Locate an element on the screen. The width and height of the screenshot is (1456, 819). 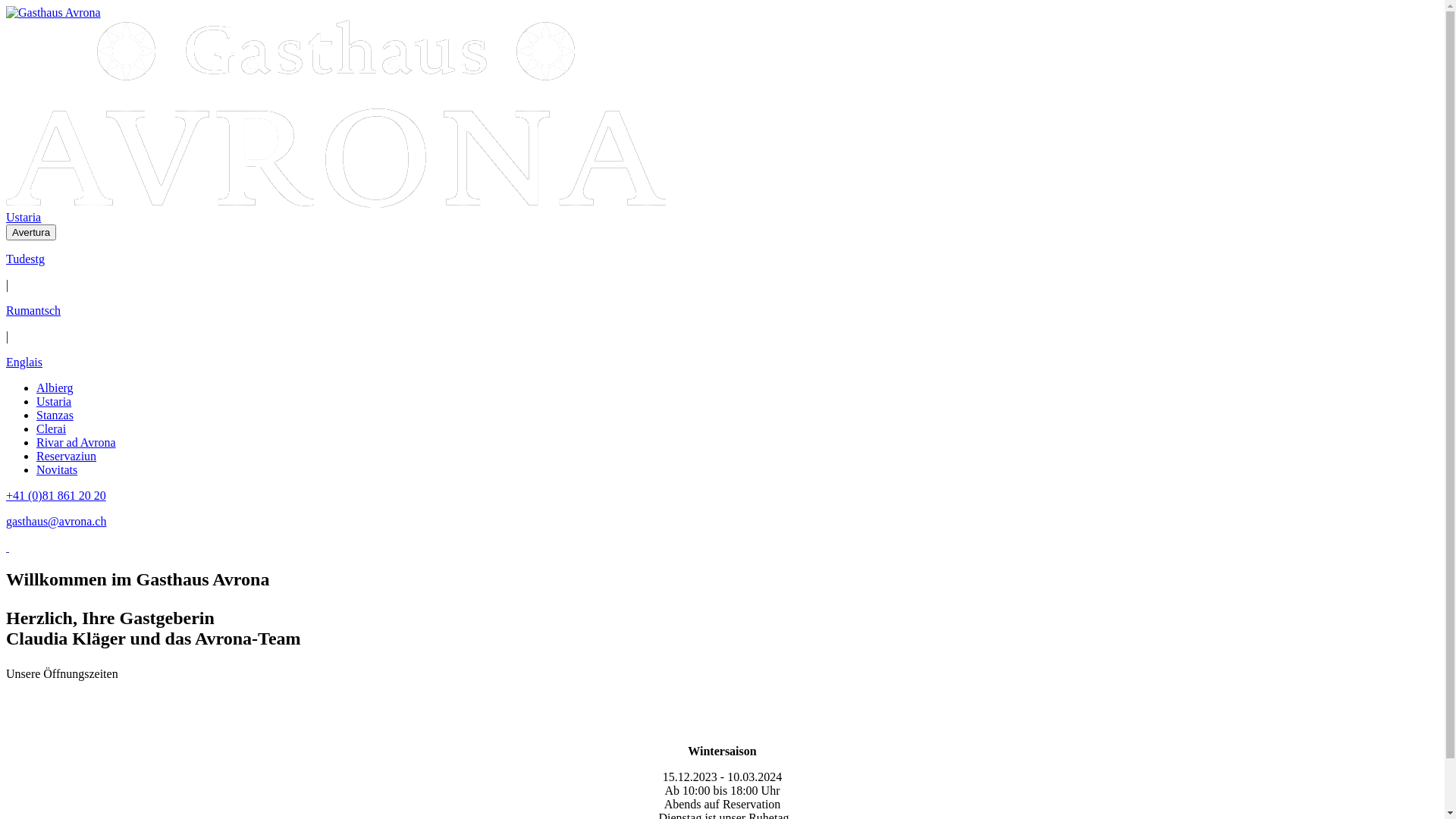
'Reservaziun' is located at coordinates (36, 455).